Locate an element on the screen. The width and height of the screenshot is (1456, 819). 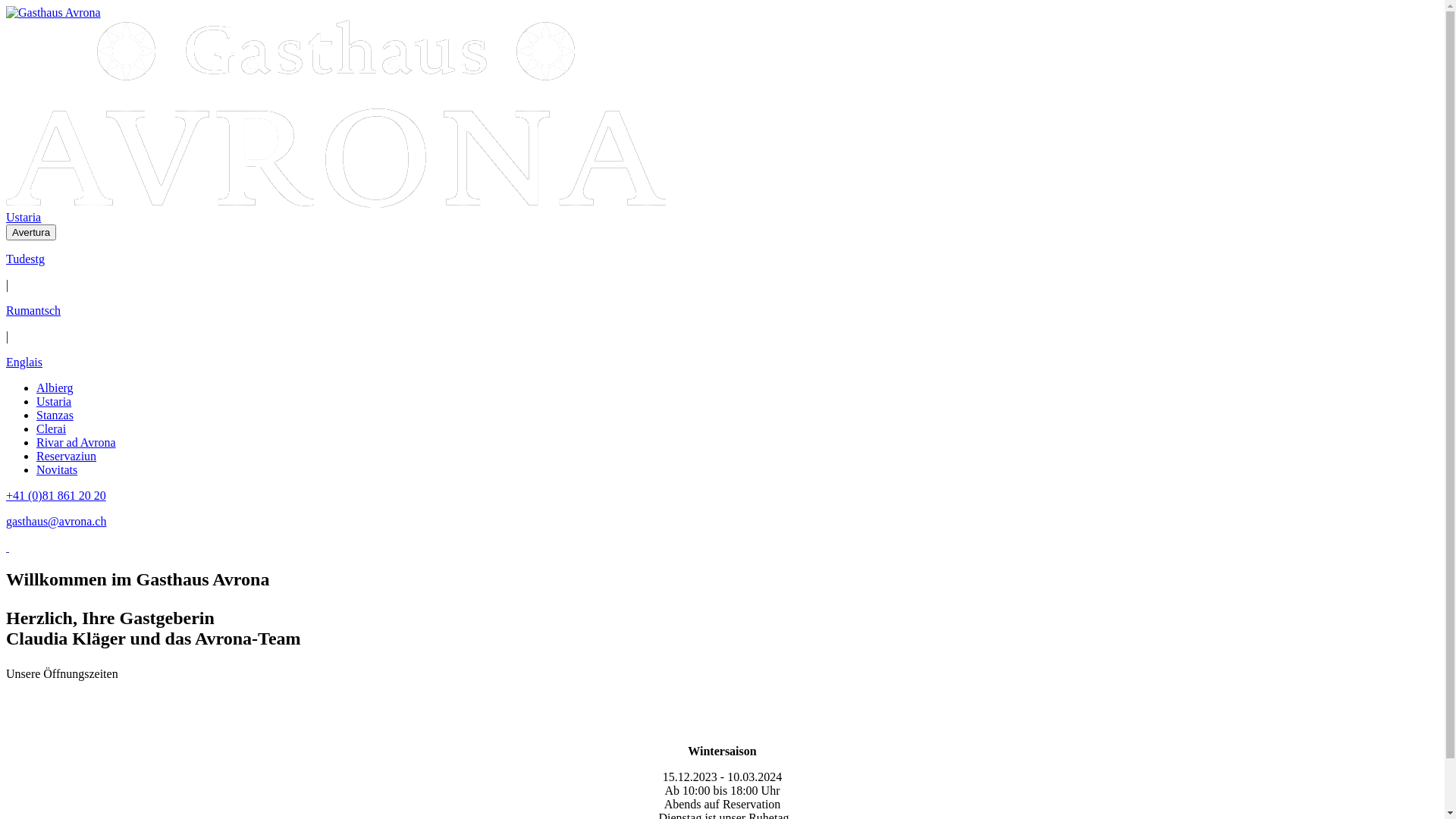
'Reservaziun' is located at coordinates (36, 455).